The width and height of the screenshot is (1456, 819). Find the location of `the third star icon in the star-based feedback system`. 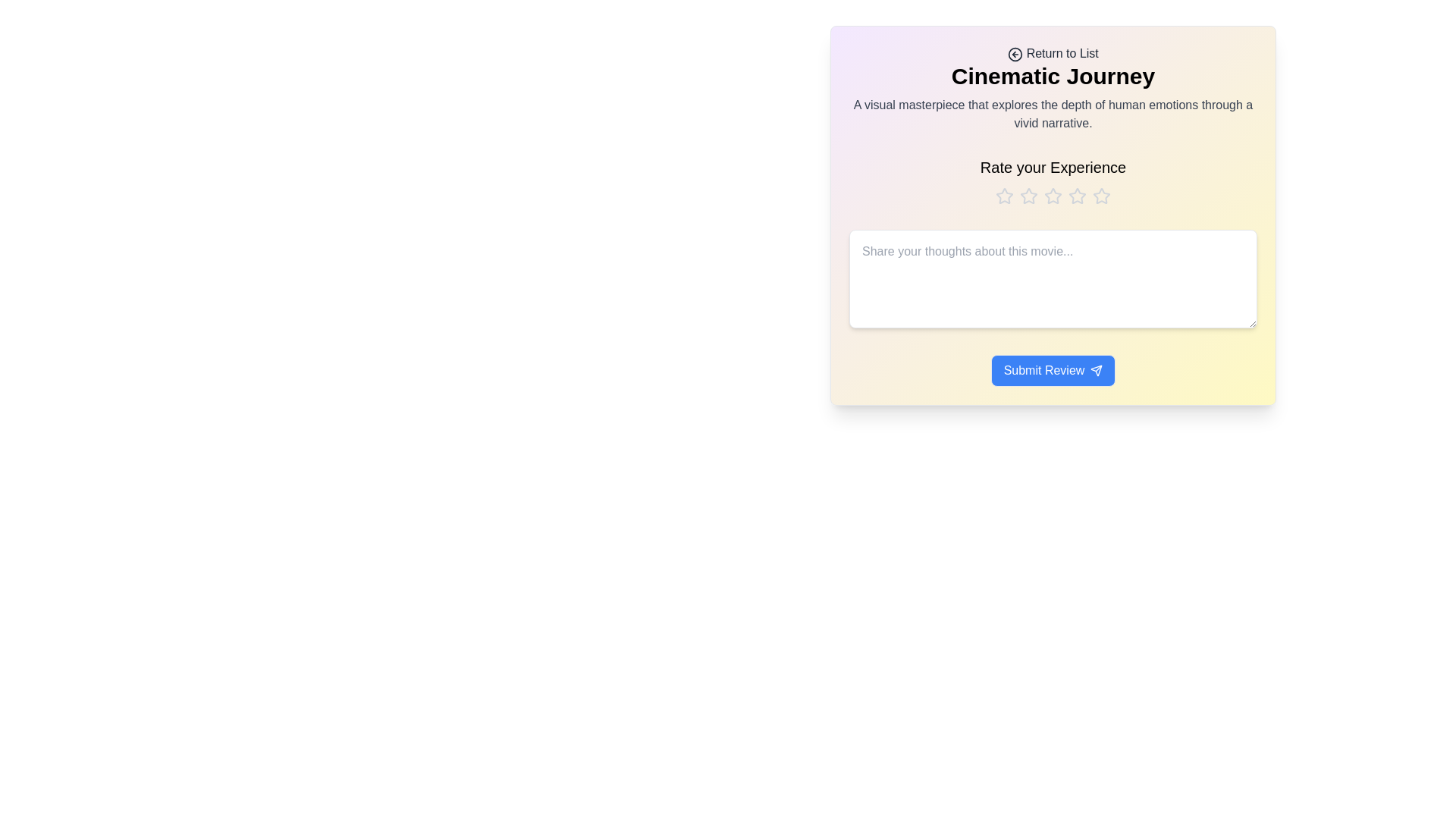

the third star icon in the star-based feedback system is located at coordinates (1052, 195).